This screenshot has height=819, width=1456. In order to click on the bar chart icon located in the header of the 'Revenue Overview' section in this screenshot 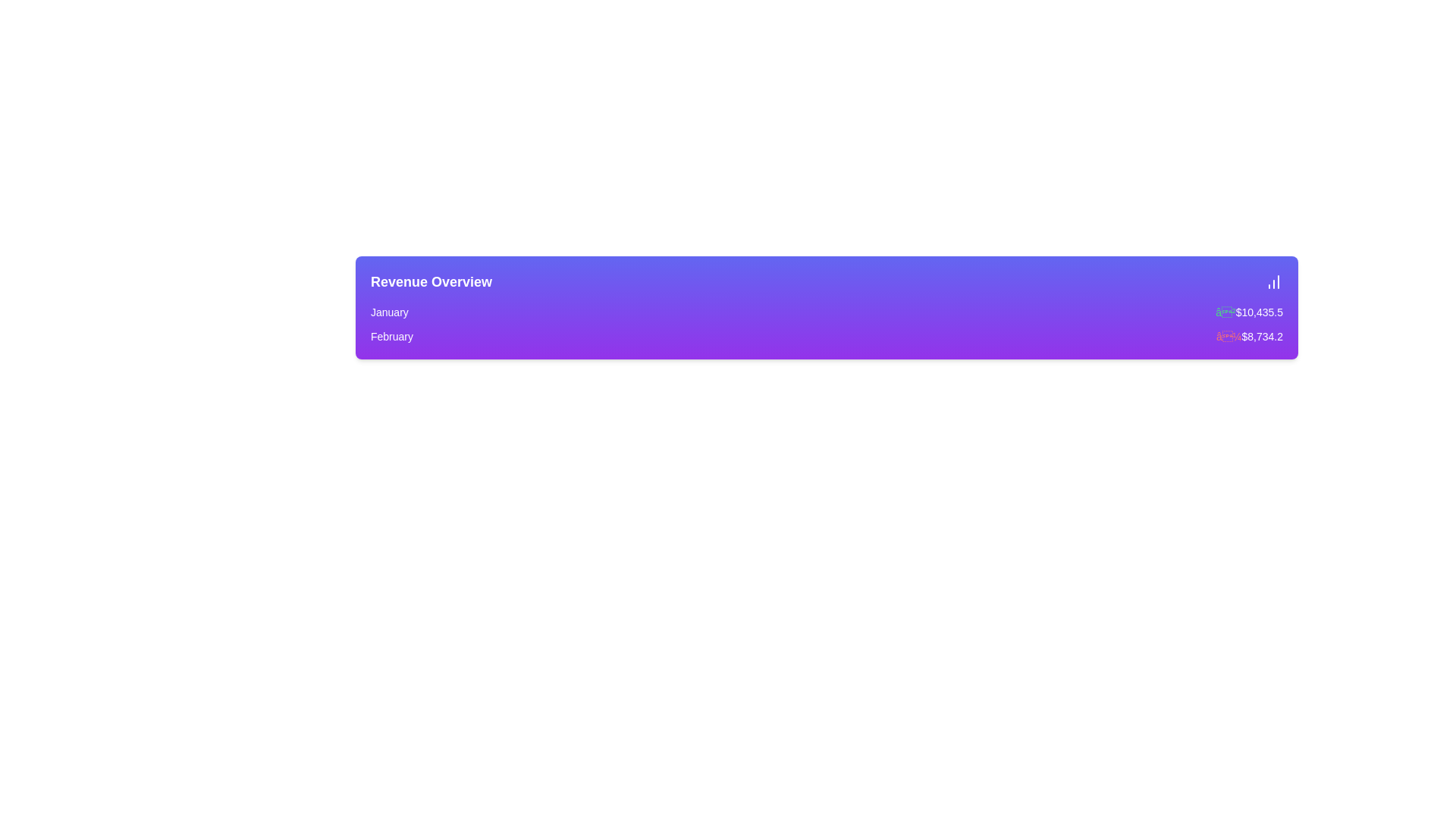, I will do `click(1274, 281)`.